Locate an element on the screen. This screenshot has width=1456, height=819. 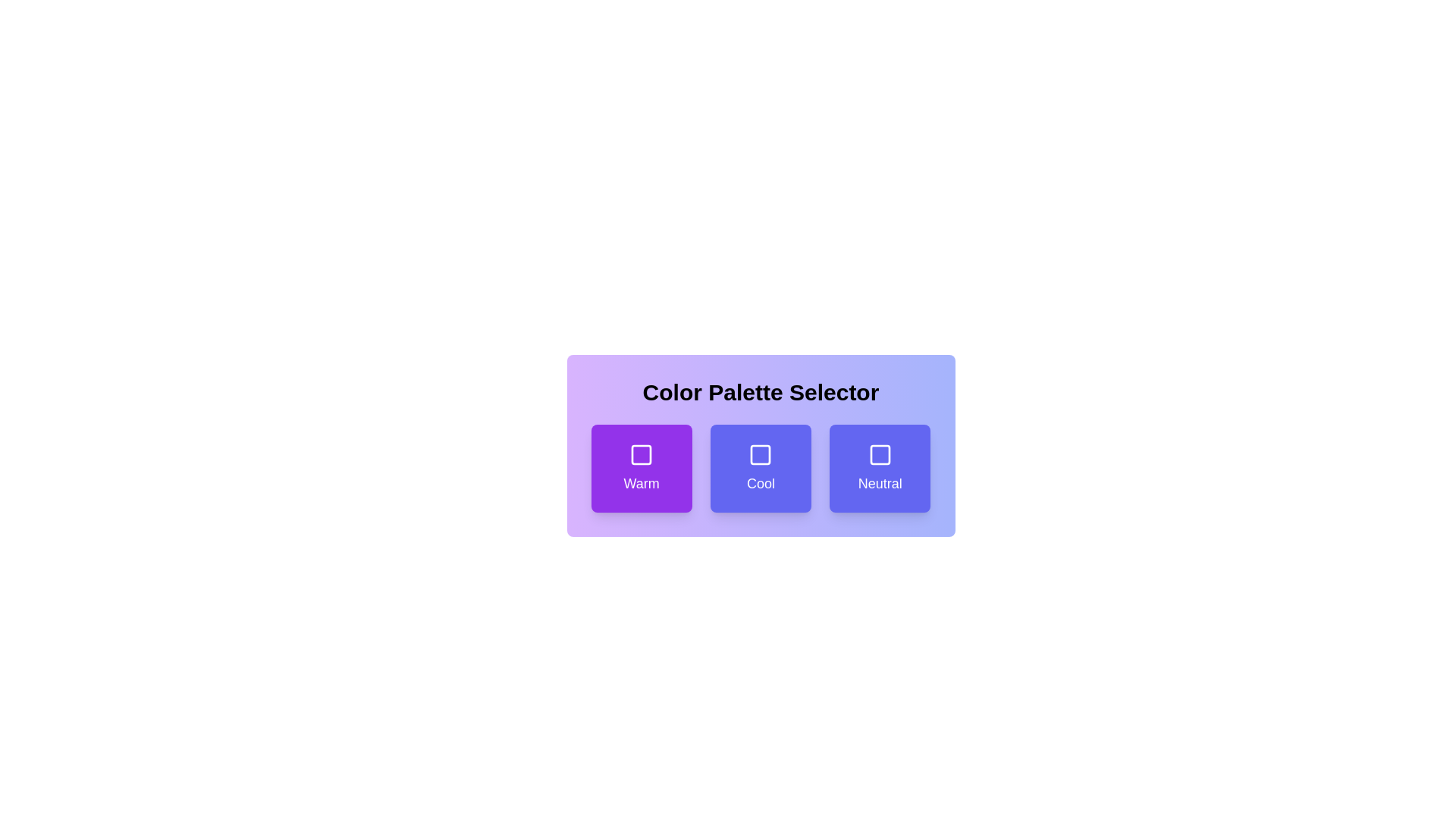
the Warm button to see the hover effect is located at coordinates (641, 467).